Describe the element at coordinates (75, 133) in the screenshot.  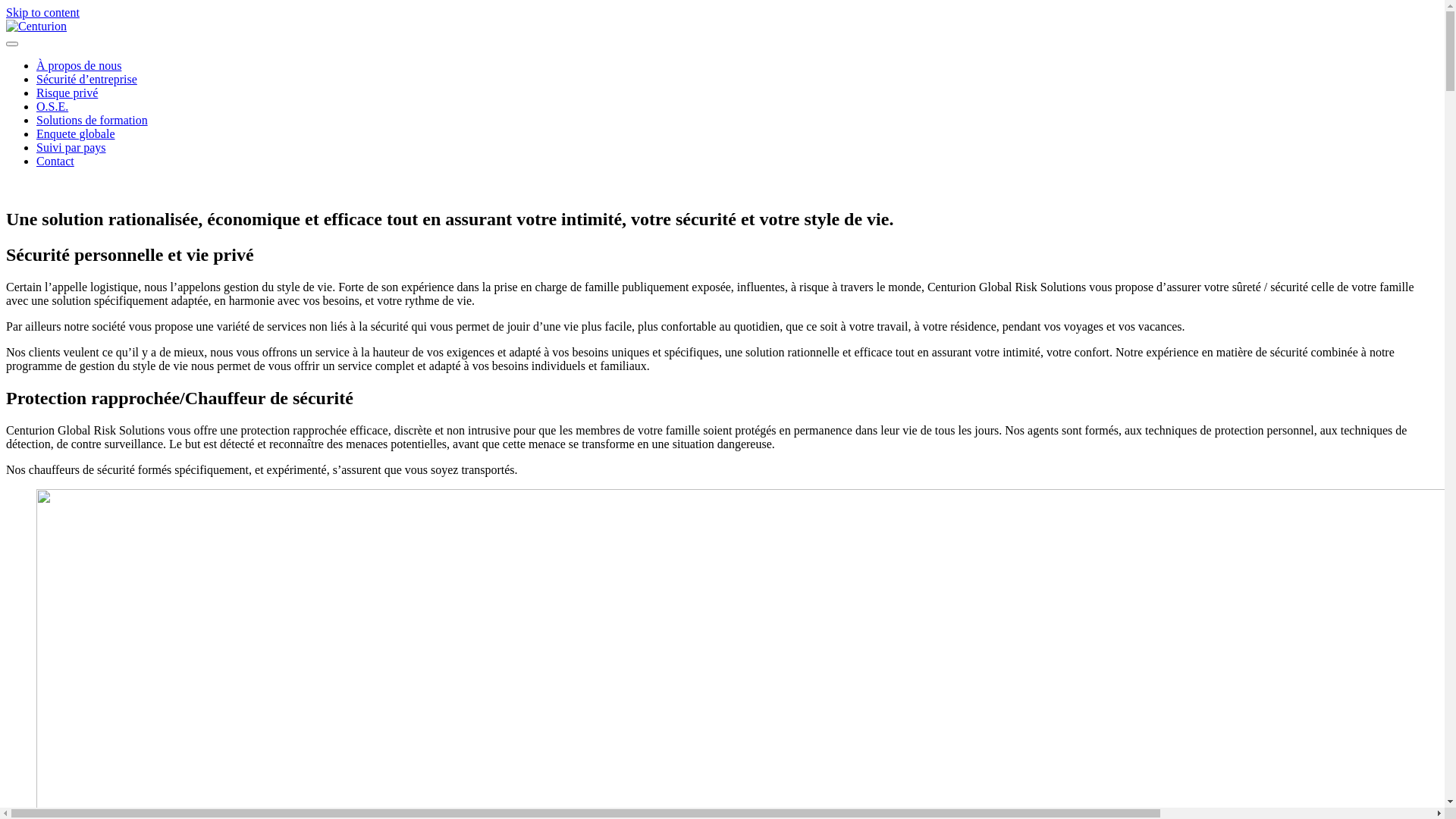
I see `'Enquete globale'` at that location.